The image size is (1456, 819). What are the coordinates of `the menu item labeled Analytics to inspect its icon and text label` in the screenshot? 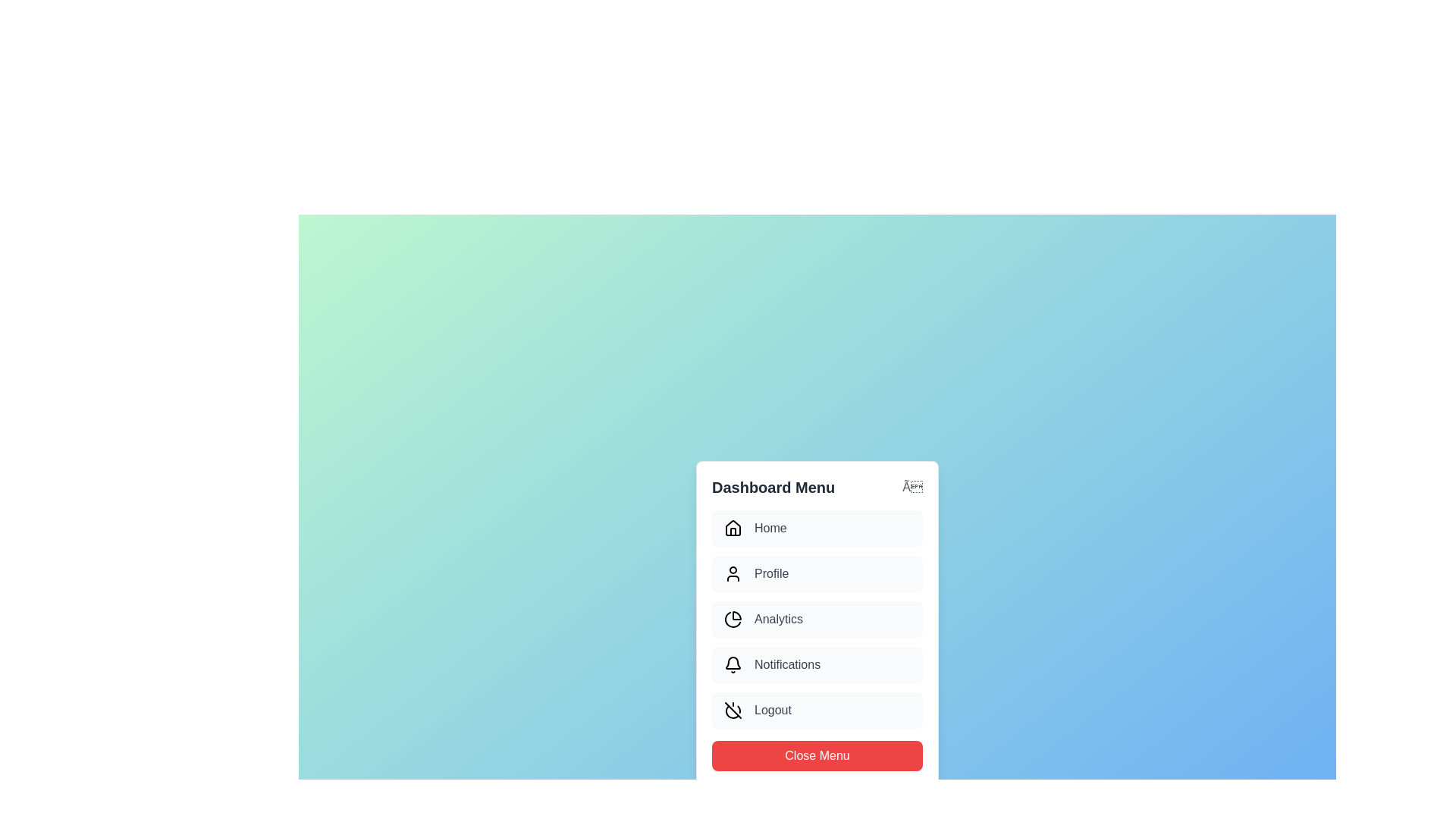 It's located at (817, 620).